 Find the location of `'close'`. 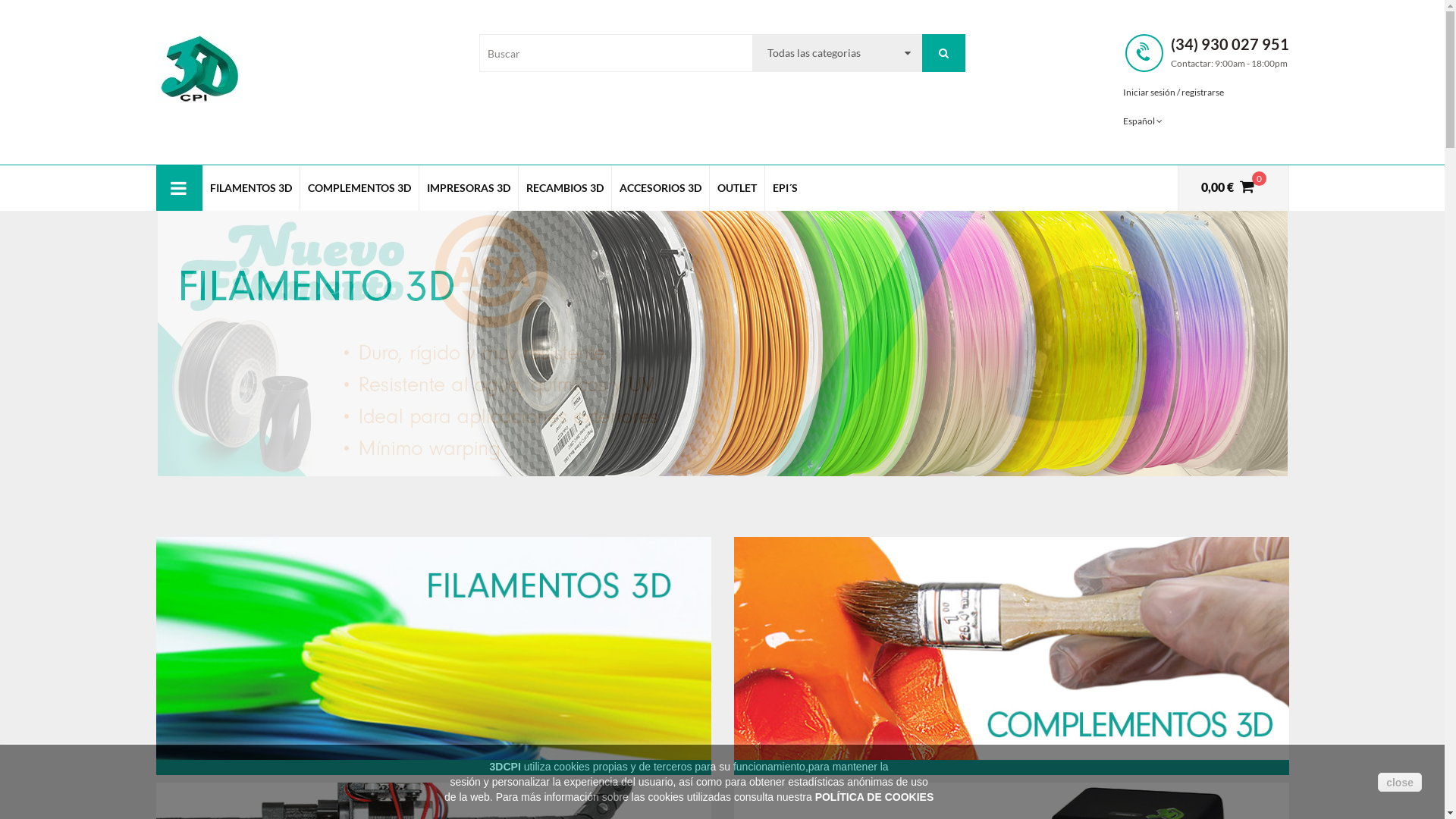

'close' is located at coordinates (1399, 781).